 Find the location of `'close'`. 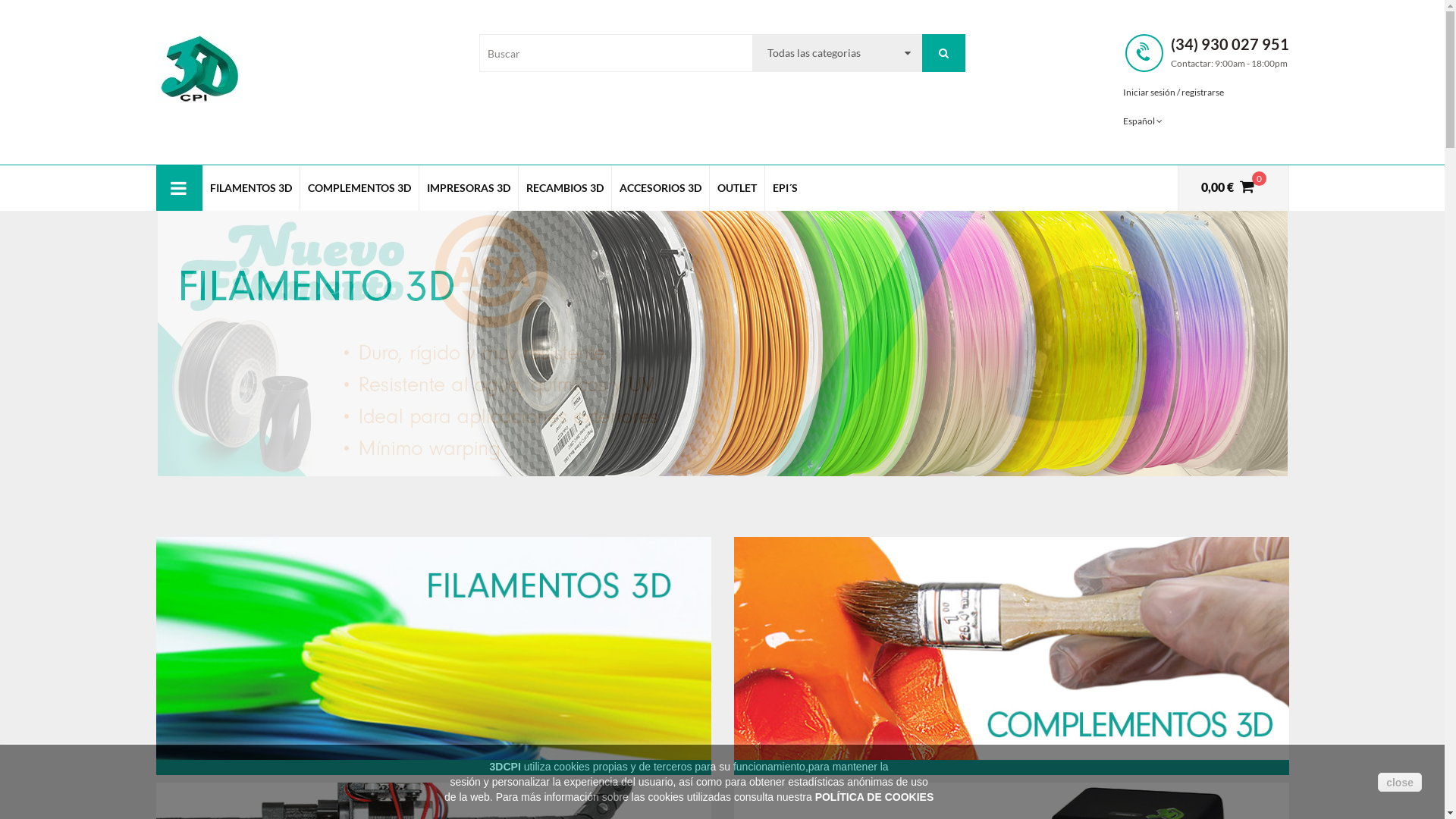

'close' is located at coordinates (1399, 781).